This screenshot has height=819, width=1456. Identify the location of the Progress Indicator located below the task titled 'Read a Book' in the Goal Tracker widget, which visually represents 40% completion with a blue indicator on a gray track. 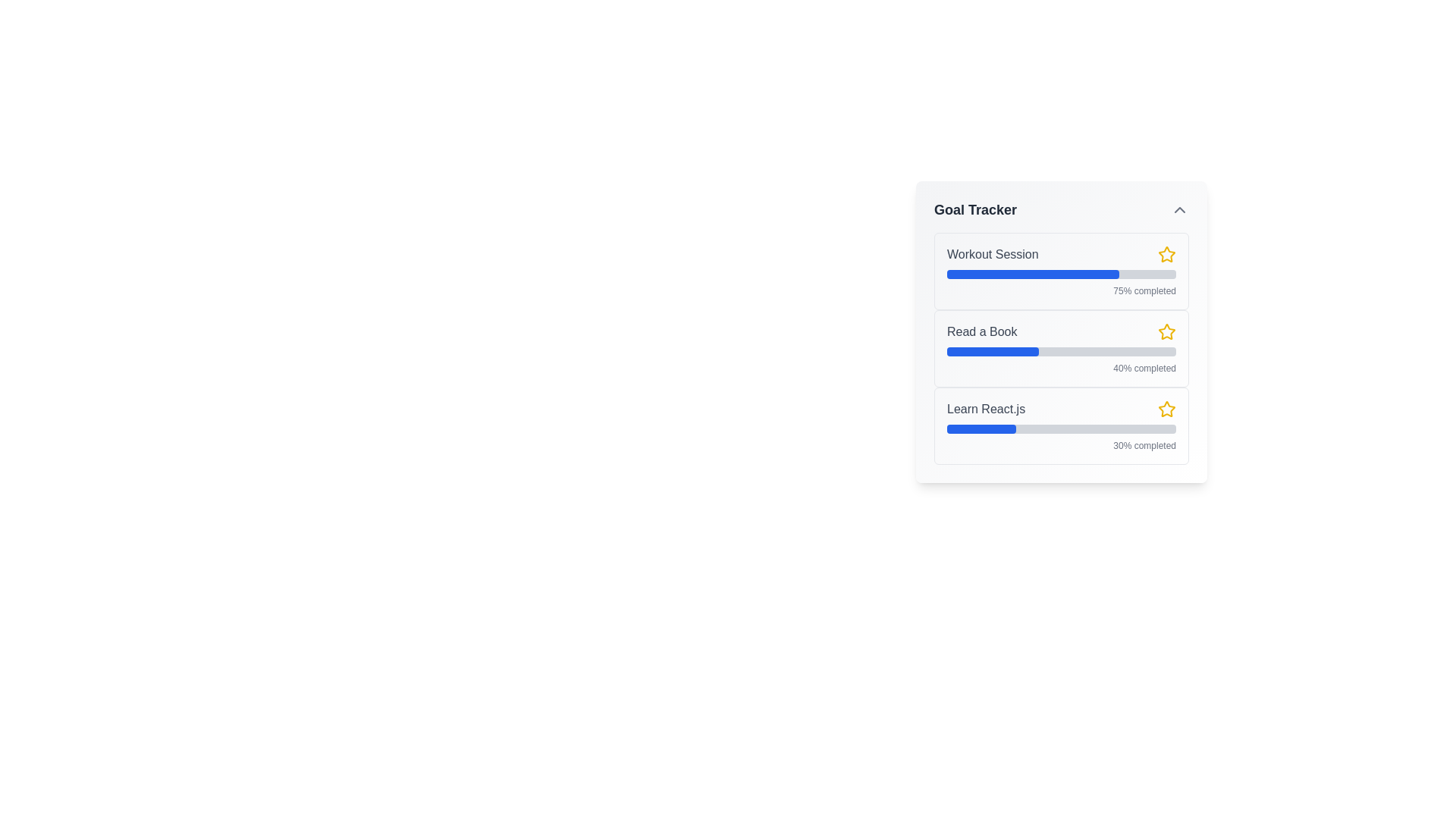
(993, 351).